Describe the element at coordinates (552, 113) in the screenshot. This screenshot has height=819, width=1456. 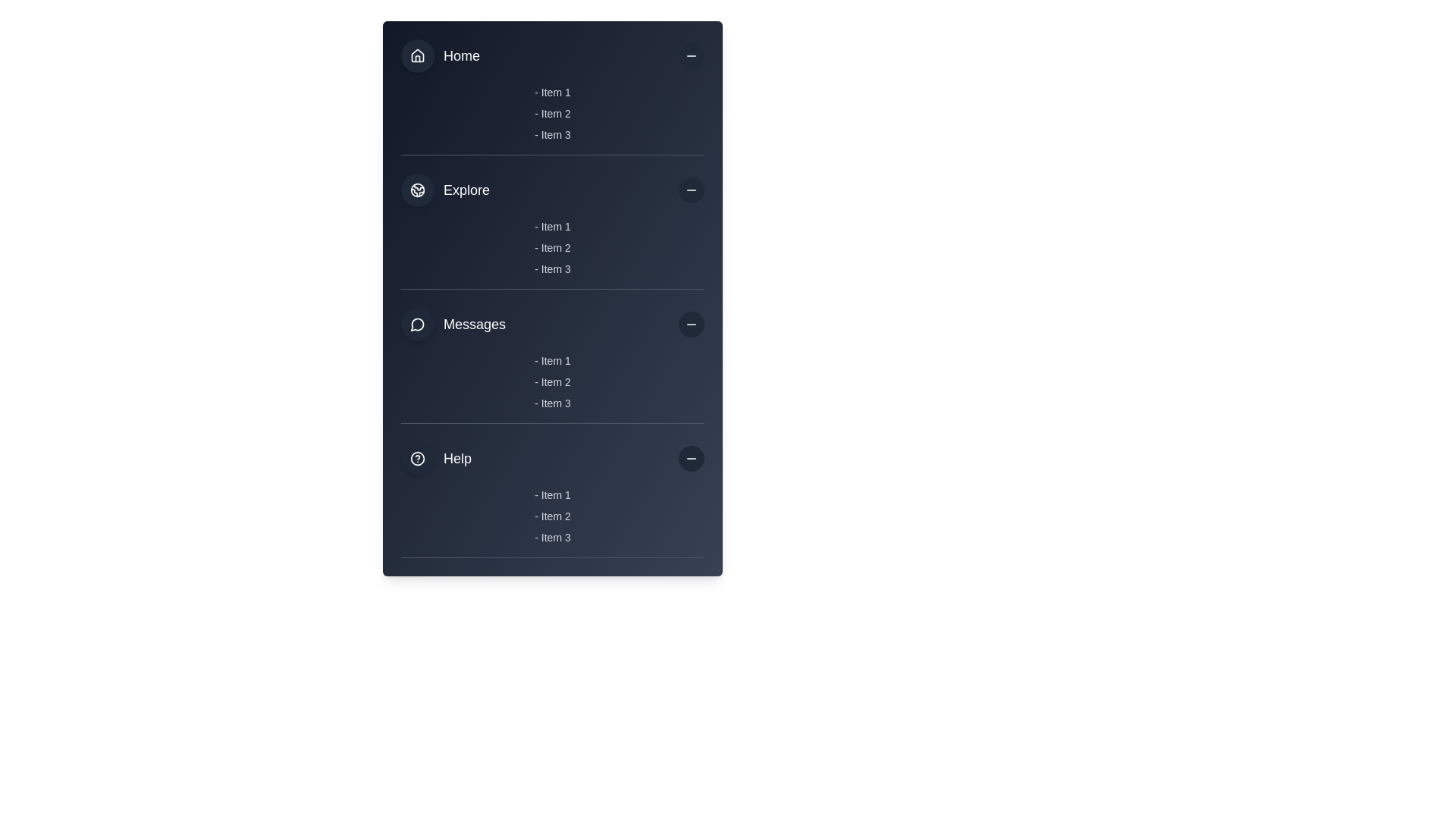
I see `an individual list item located below the 'Home' heading in the vertical navigation panel` at that location.